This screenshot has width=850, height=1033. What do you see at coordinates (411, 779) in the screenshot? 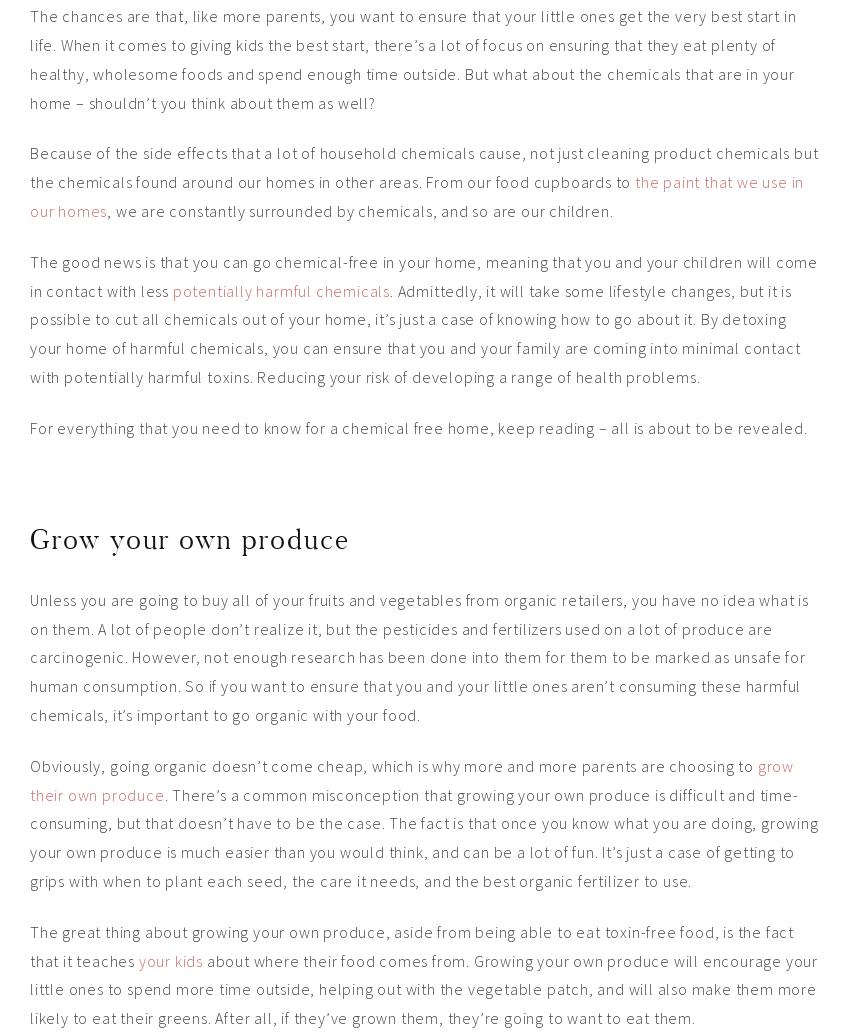
I see `'grow their own produce'` at bounding box center [411, 779].